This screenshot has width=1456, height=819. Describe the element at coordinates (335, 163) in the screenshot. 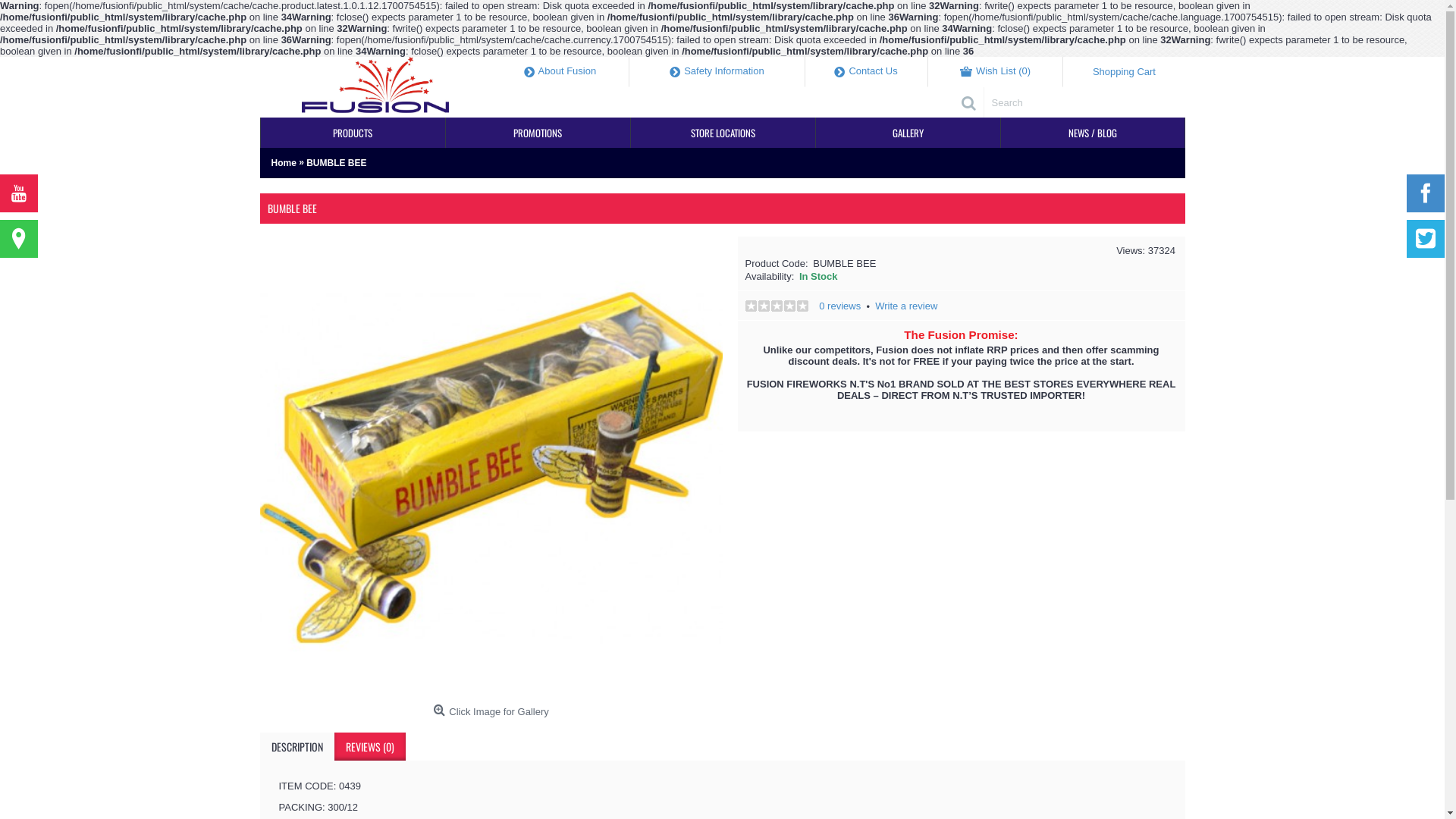

I see `'BUMBLE BEE'` at that location.